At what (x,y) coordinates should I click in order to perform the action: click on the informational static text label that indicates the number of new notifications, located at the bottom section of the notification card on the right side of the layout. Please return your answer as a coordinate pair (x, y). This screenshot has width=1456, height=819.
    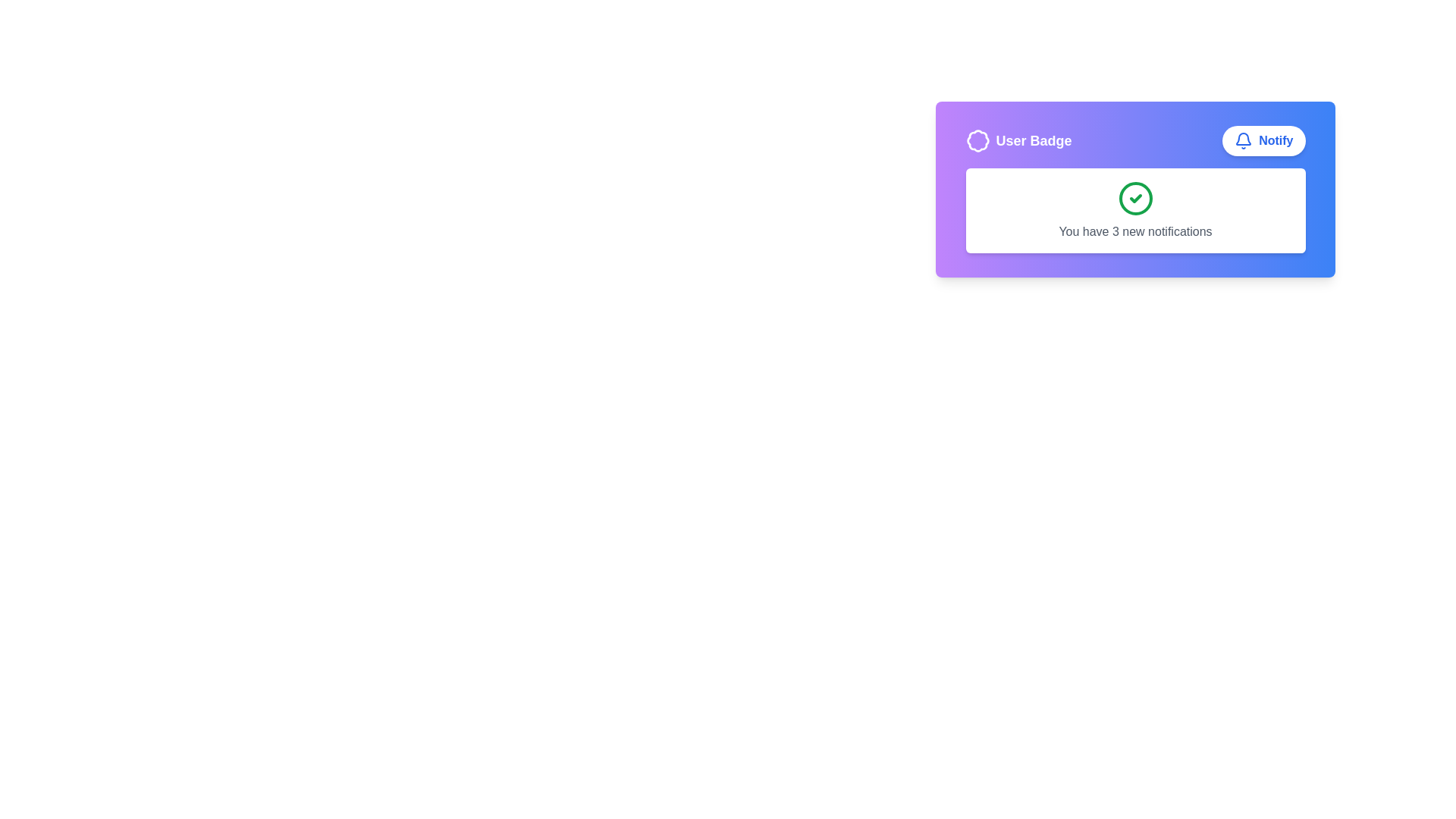
    Looking at the image, I should click on (1135, 231).